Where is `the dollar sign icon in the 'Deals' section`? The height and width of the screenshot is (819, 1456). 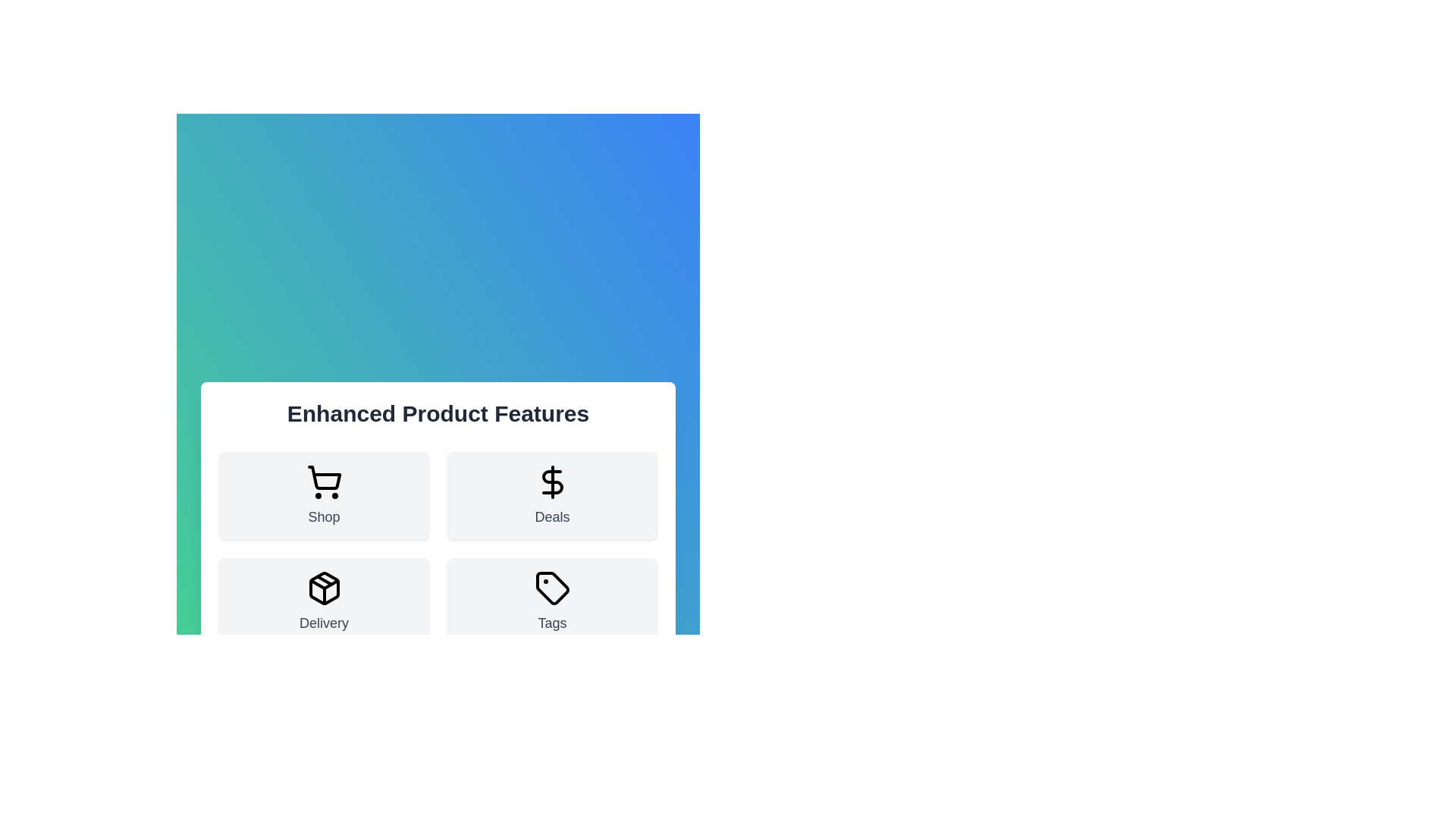
the dollar sign icon in the 'Deals' section is located at coordinates (551, 482).